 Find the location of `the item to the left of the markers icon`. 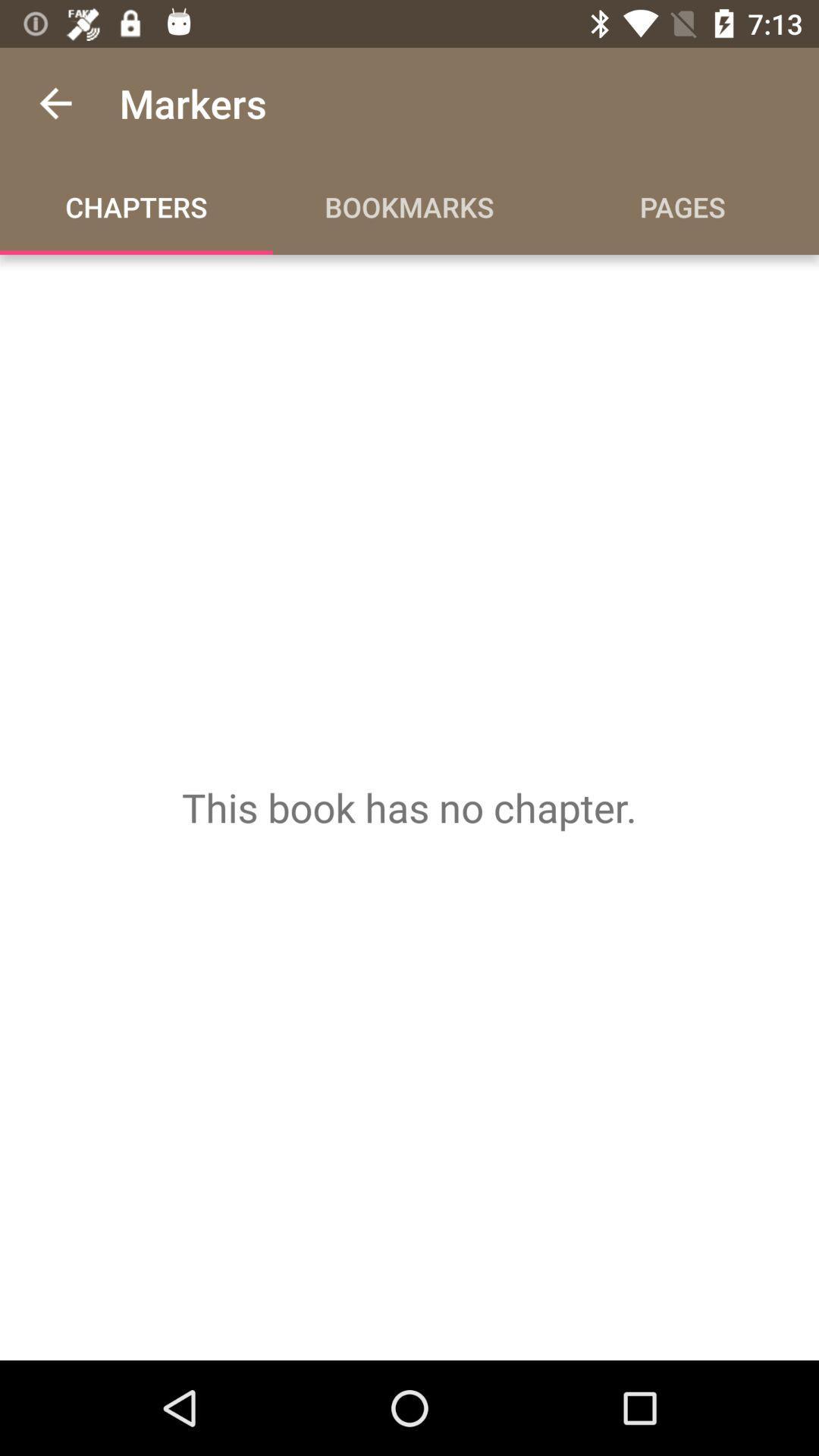

the item to the left of the markers icon is located at coordinates (55, 102).